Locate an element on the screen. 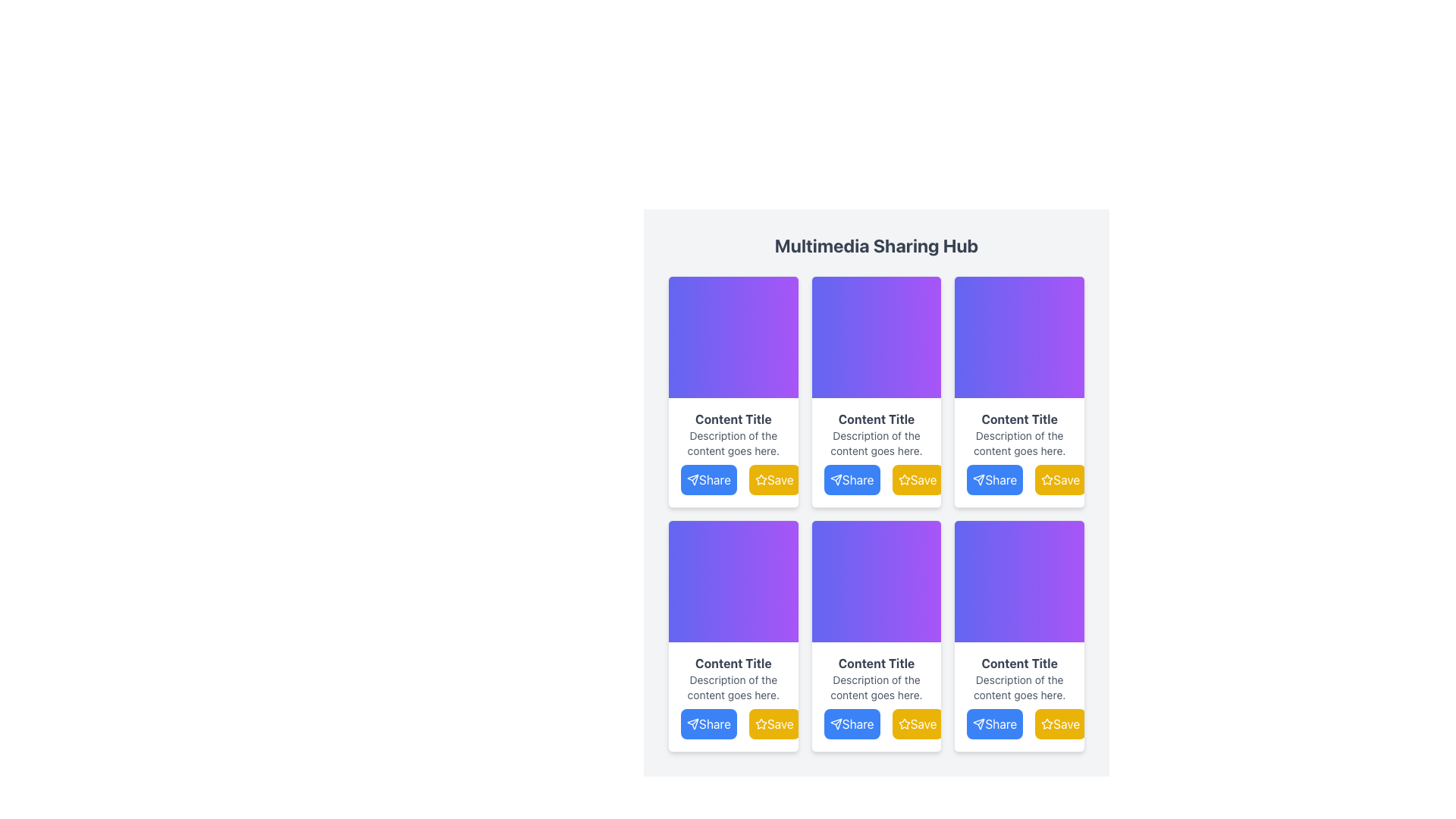 This screenshot has width=1456, height=819. text element styled in gray, small-sized font that reads 'Description of the content goes here.' This text is positioned below the title 'Content Title' and above the 'Share' and 'Save' buttons, located in the rightmost card of a three-column grid is located at coordinates (1019, 444).